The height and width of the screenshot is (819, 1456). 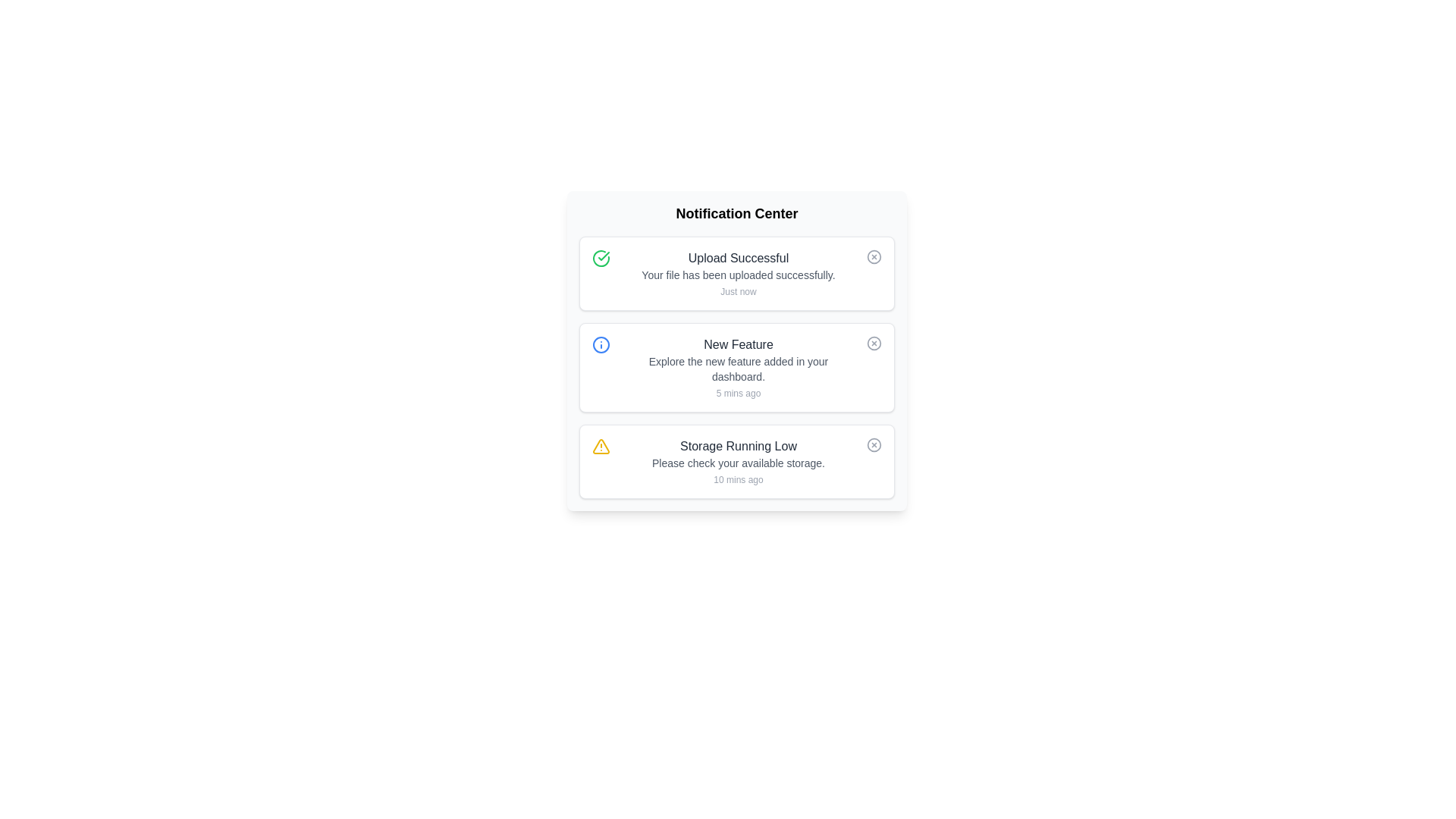 I want to click on the success icon within the circular graphic of the first notification titled 'Upload Successful' in the Notification Center panel, so click(x=603, y=256).